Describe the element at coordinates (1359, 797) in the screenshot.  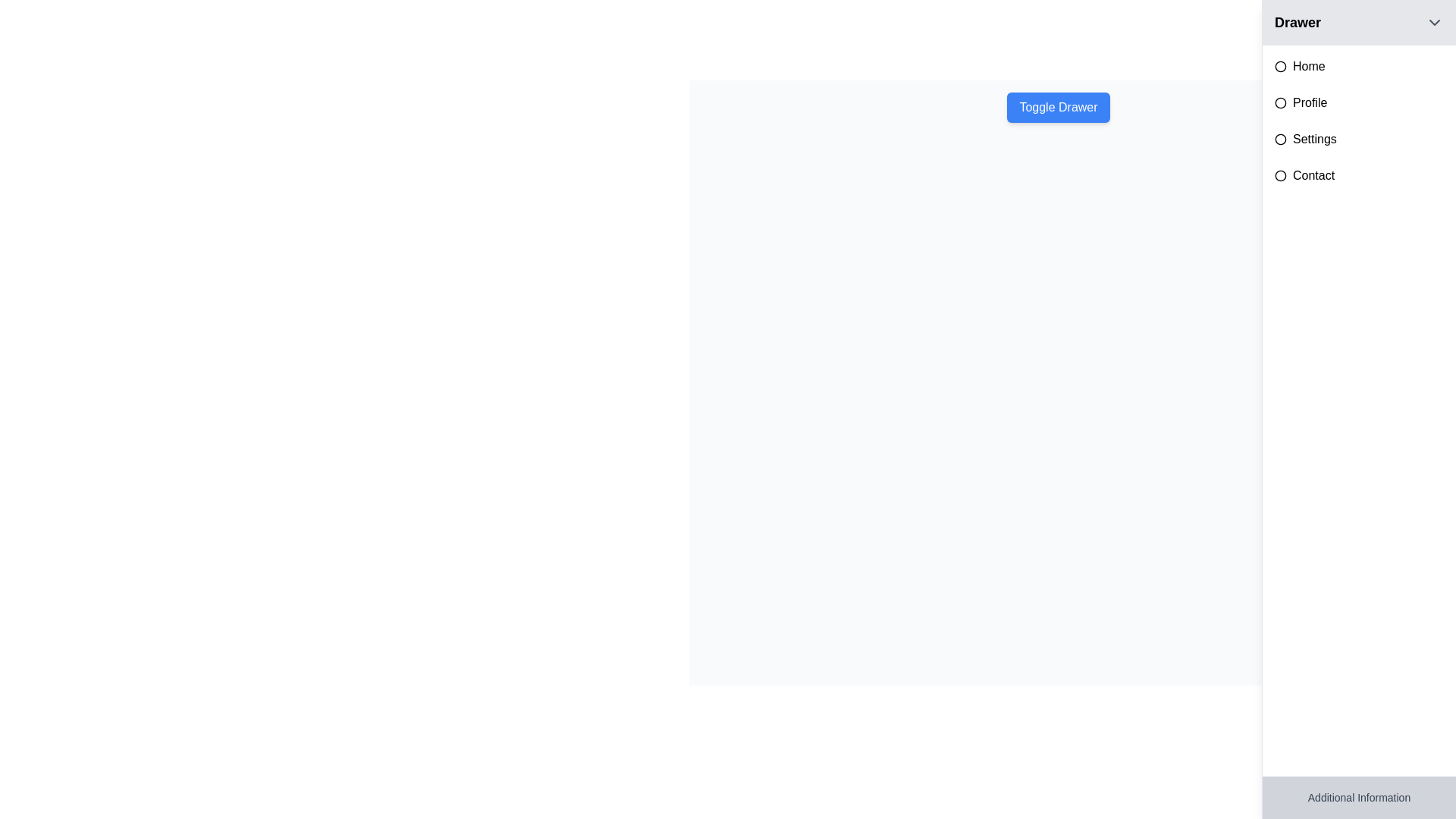
I see `text displayed in the 'Additional Information' text label, which is located at the bottom-right corner of the interface in the footer region` at that location.